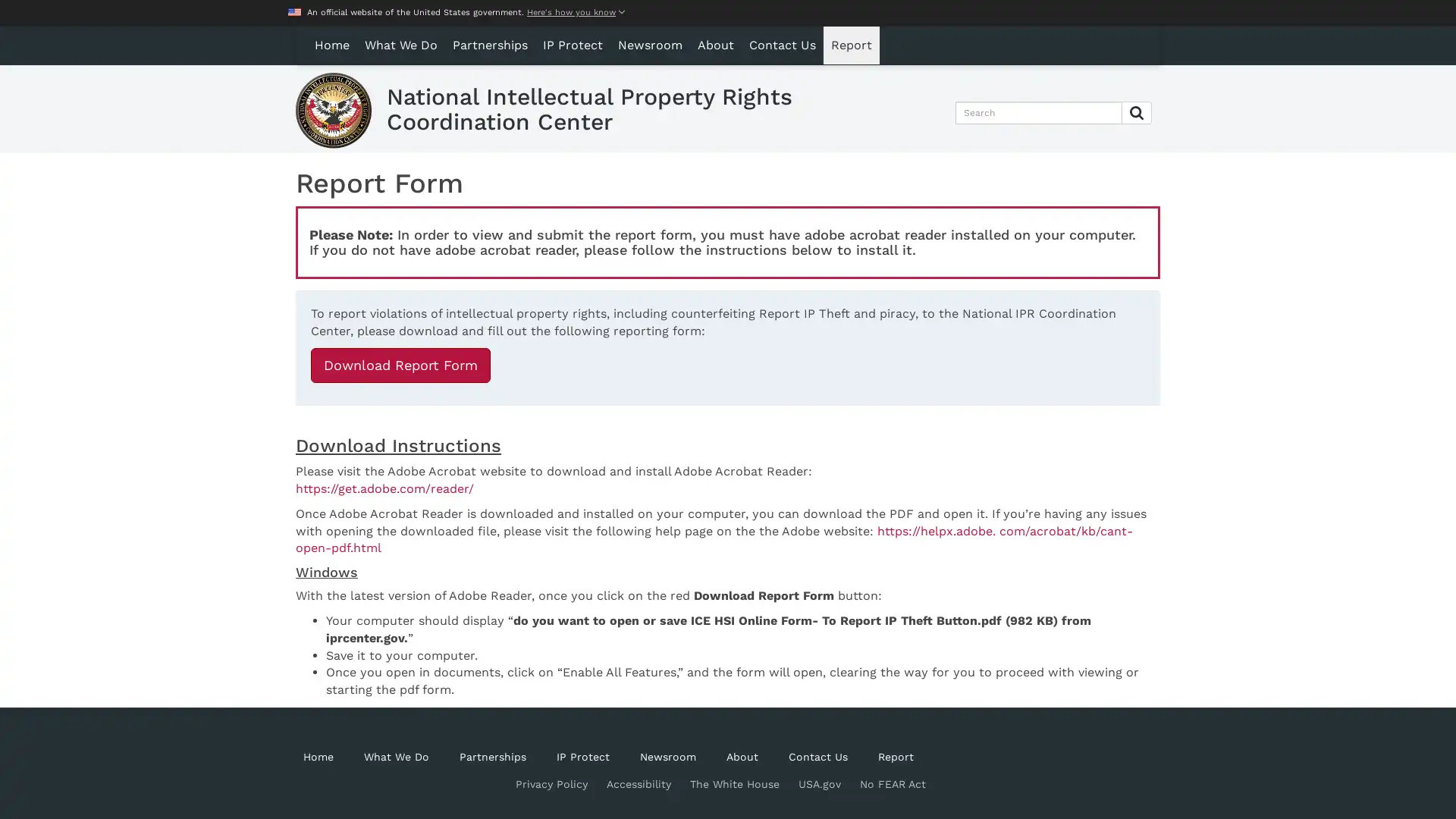  Describe the element at coordinates (1136, 111) in the screenshot. I see `Submit Search` at that location.